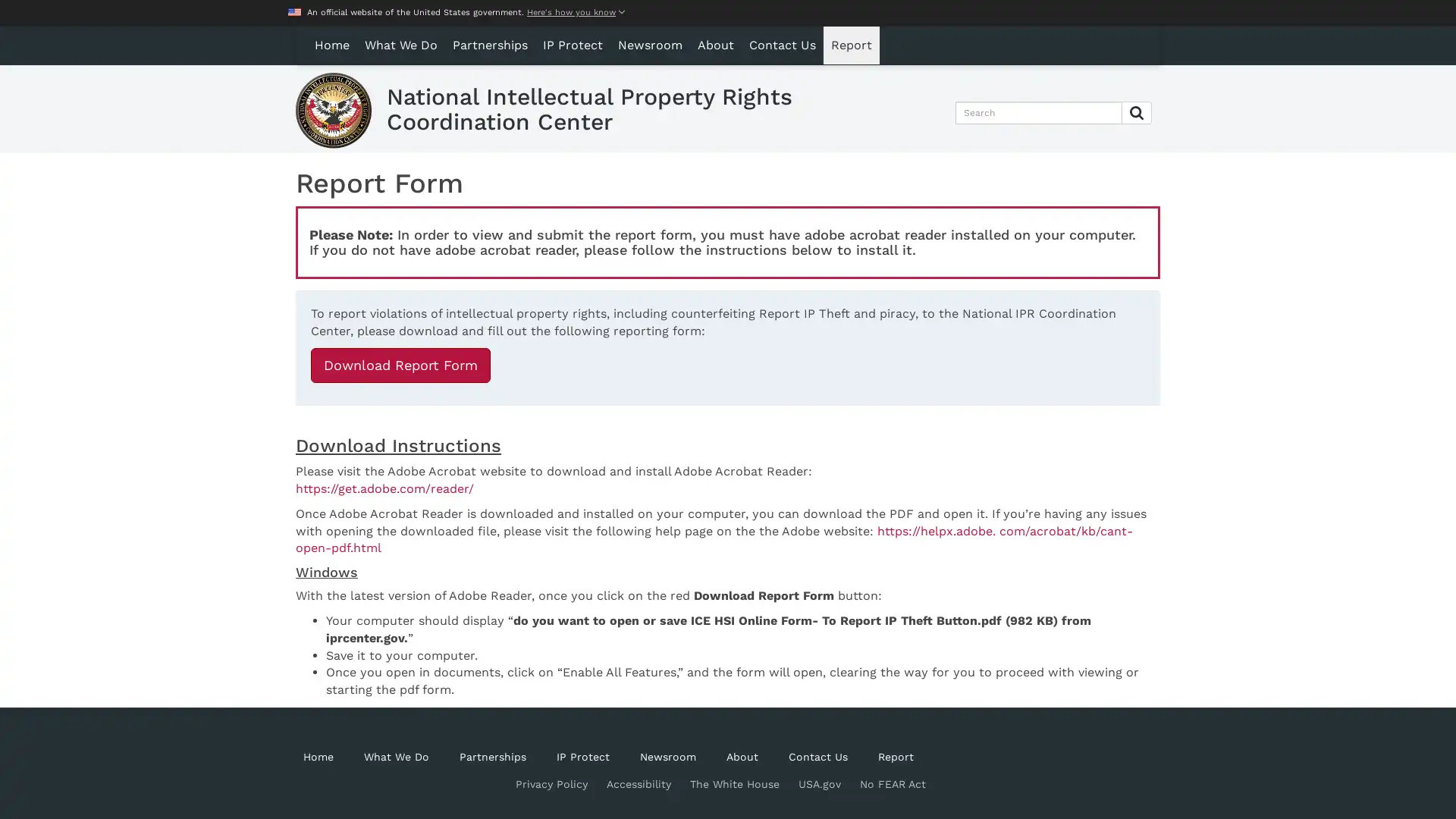  Describe the element at coordinates (1136, 111) in the screenshot. I see `Submit Search` at that location.